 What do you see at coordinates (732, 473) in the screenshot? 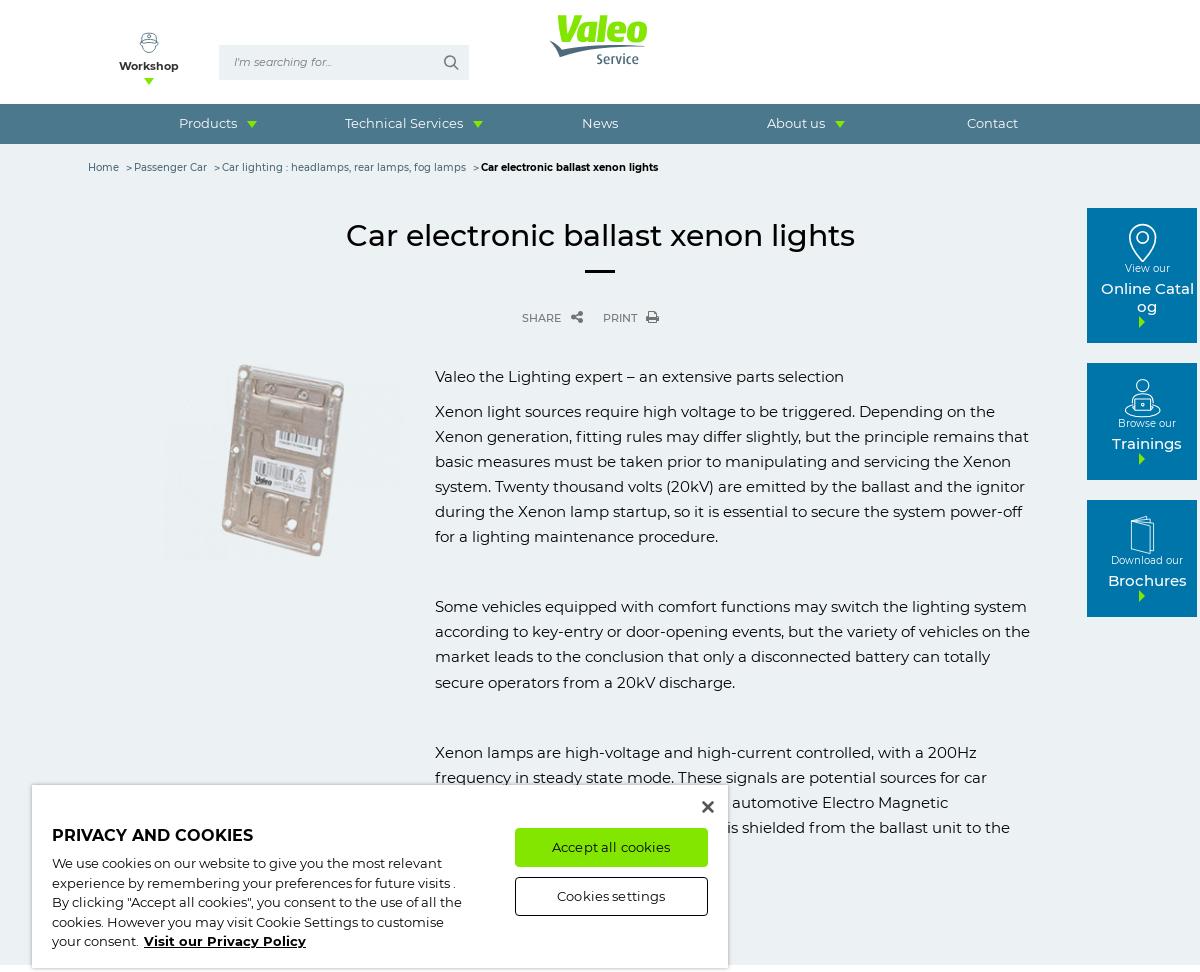
I see `'Xenon light sources require high voltage to be triggered. Depending on the Xenon generation, fitting rules may differ slightly, but the principle remains that basic measures must be taken prior to manipulating and servicing the Xenon system. Twenty thousand volts (20kV) are emitted by the ballast and the ignitor during the Xenon lamp startup, so it is essential to secure the system power-off for a lighting maintenance procedure.'` at bounding box center [732, 473].